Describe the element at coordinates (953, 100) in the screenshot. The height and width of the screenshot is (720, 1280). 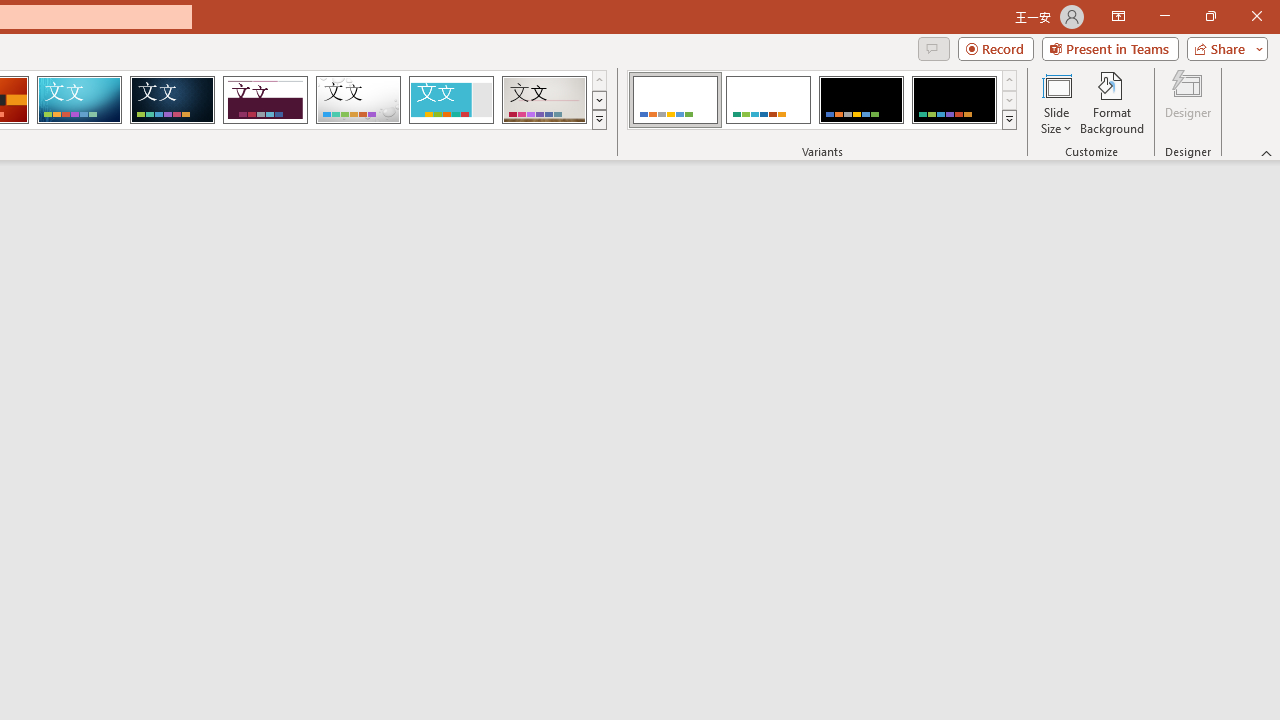
I see `'Office Theme Variant 4'` at that location.